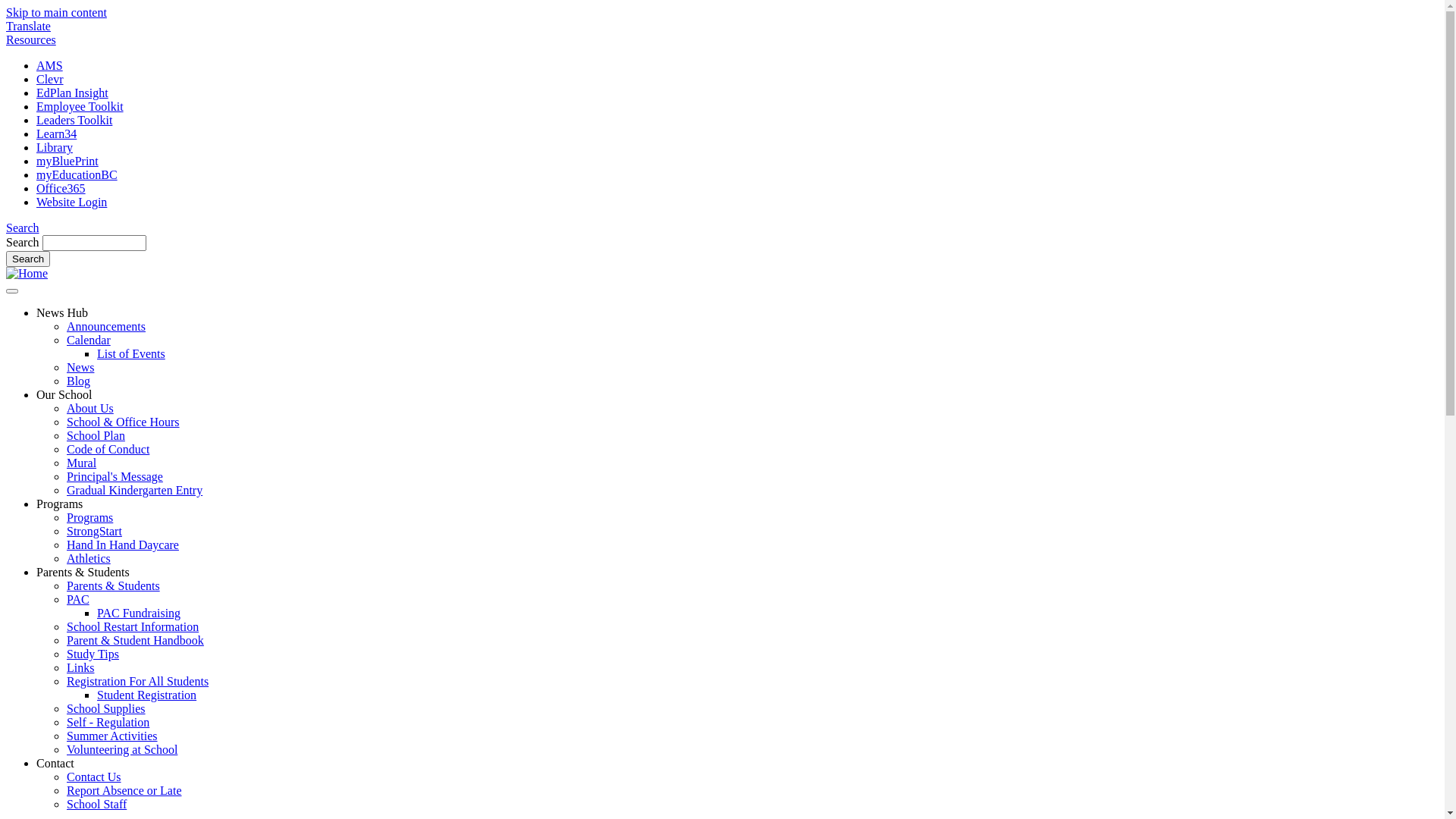 Image resolution: width=1456 pixels, height=819 pixels. Describe the element at coordinates (31, 39) in the screenshot. I see `'Resources'` at that location.